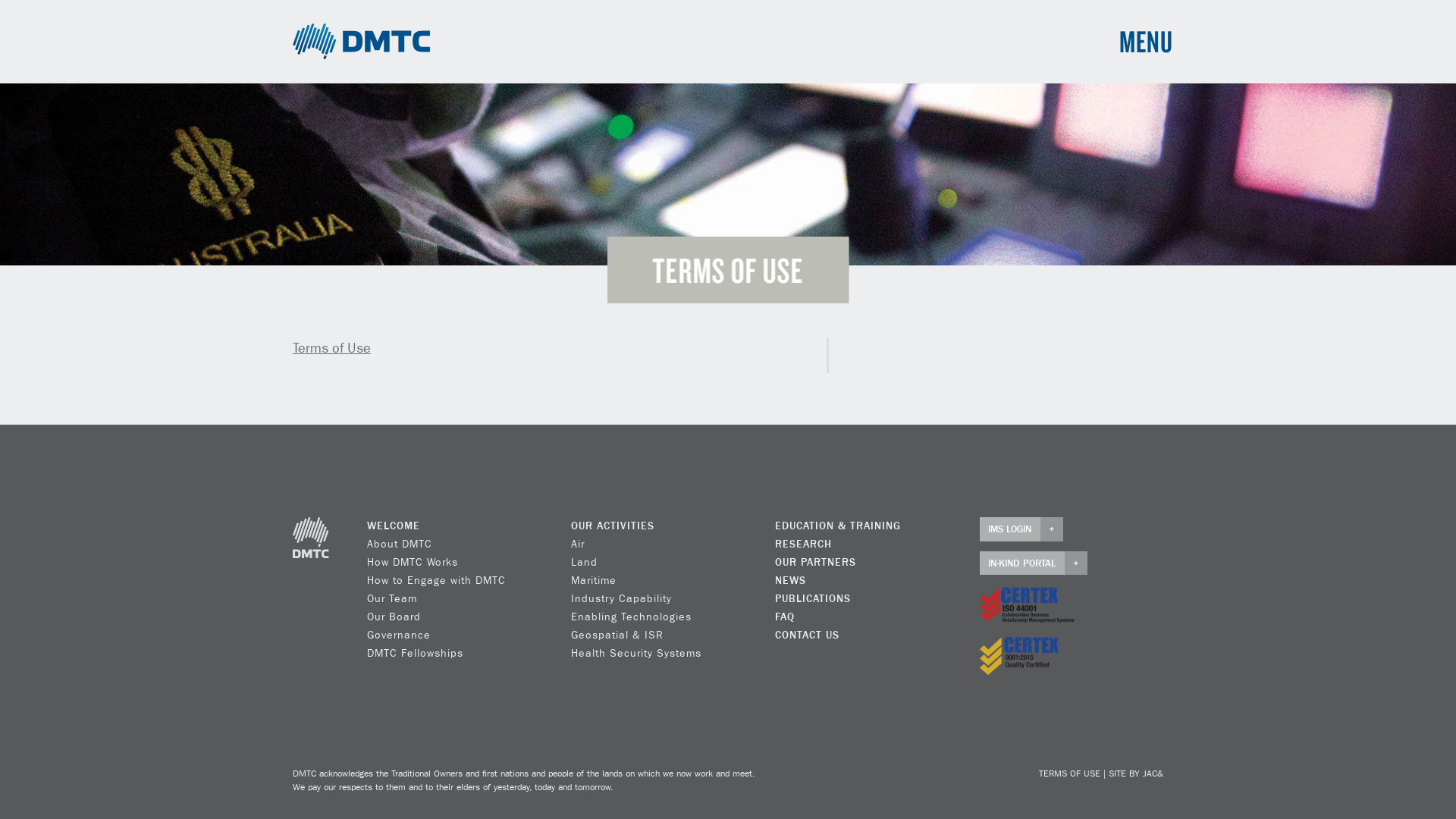 The width and height of the screenshot is (1456, 819). I want to click on 'FAQ', so click(785, 617).